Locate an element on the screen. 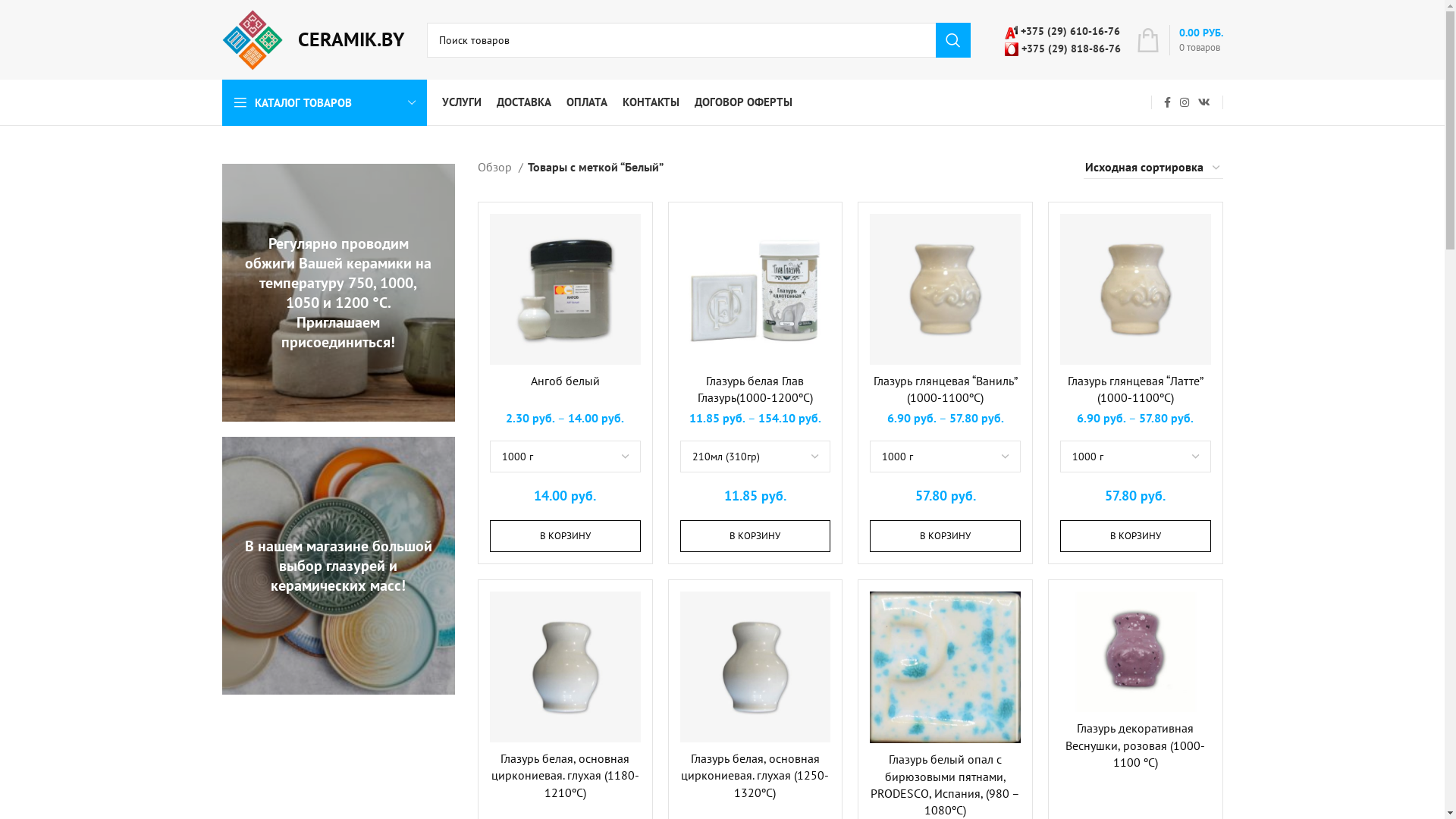 The image size is (1456, 819). '+375 (29) 610-16-76 is located at coordinates (1061, 39).